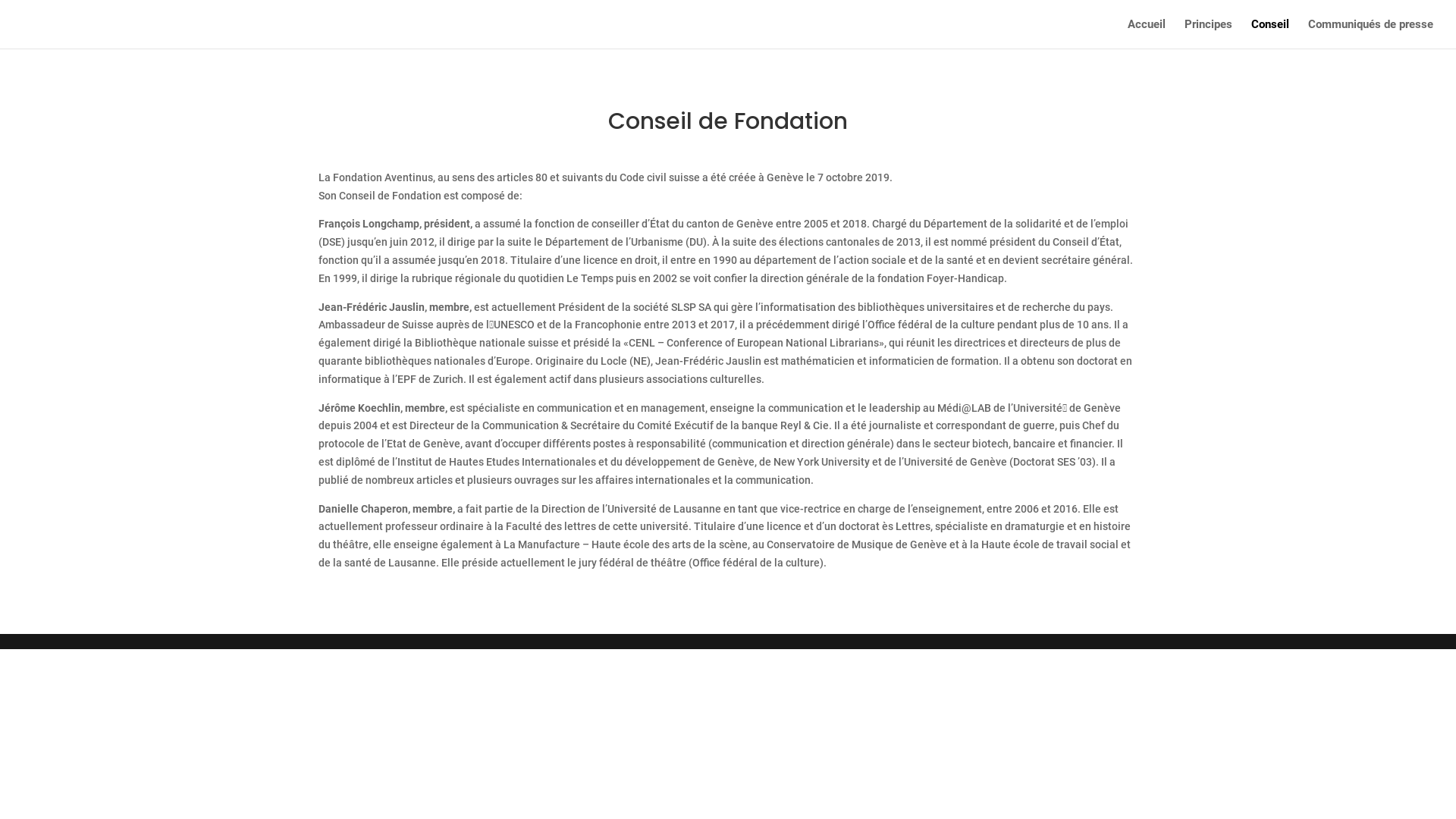 This screenshot has height=819, width=1456. What do you see at coordinates (1207, 33) in the screenshot?
I see `'Principes'` at bounding box center [1207, 33].